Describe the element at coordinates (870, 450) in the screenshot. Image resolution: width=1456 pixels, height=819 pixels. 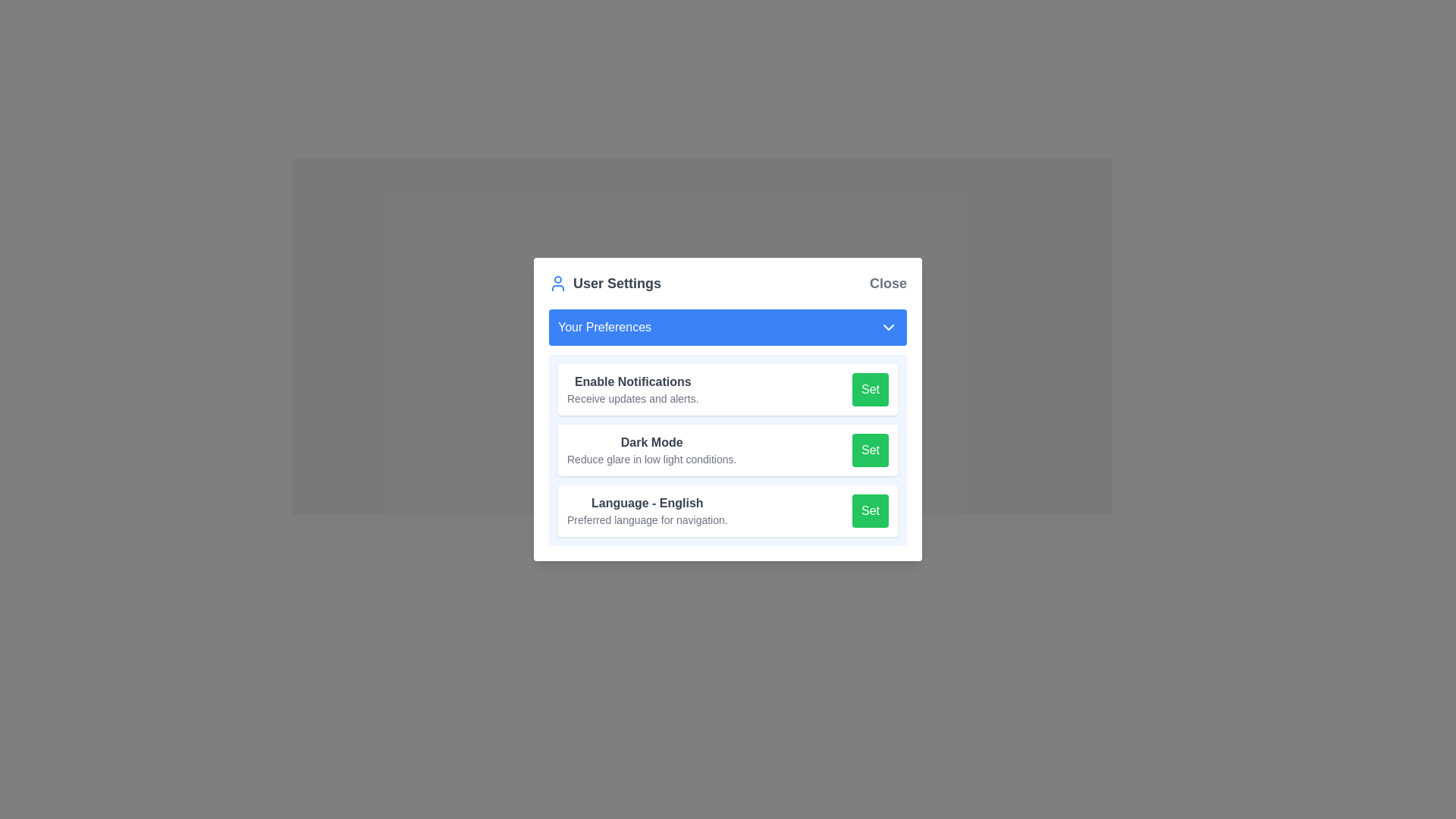
I see `the 'Dark Mode' button located to the right of the 'Dark Mode' section` at that location.